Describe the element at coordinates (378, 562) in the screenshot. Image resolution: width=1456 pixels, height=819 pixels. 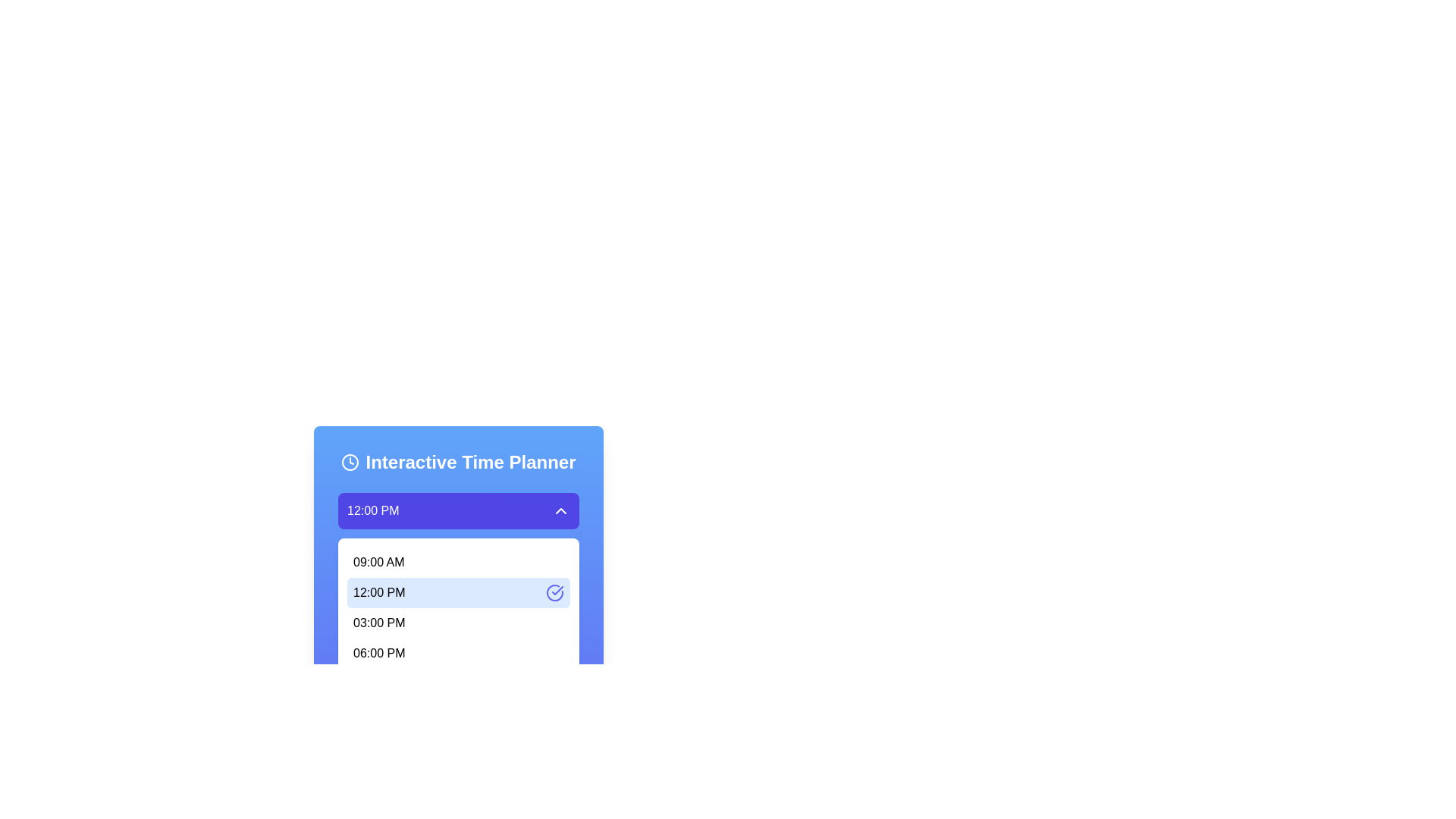
I see `the first text label option in the dropdown menu` at that location.